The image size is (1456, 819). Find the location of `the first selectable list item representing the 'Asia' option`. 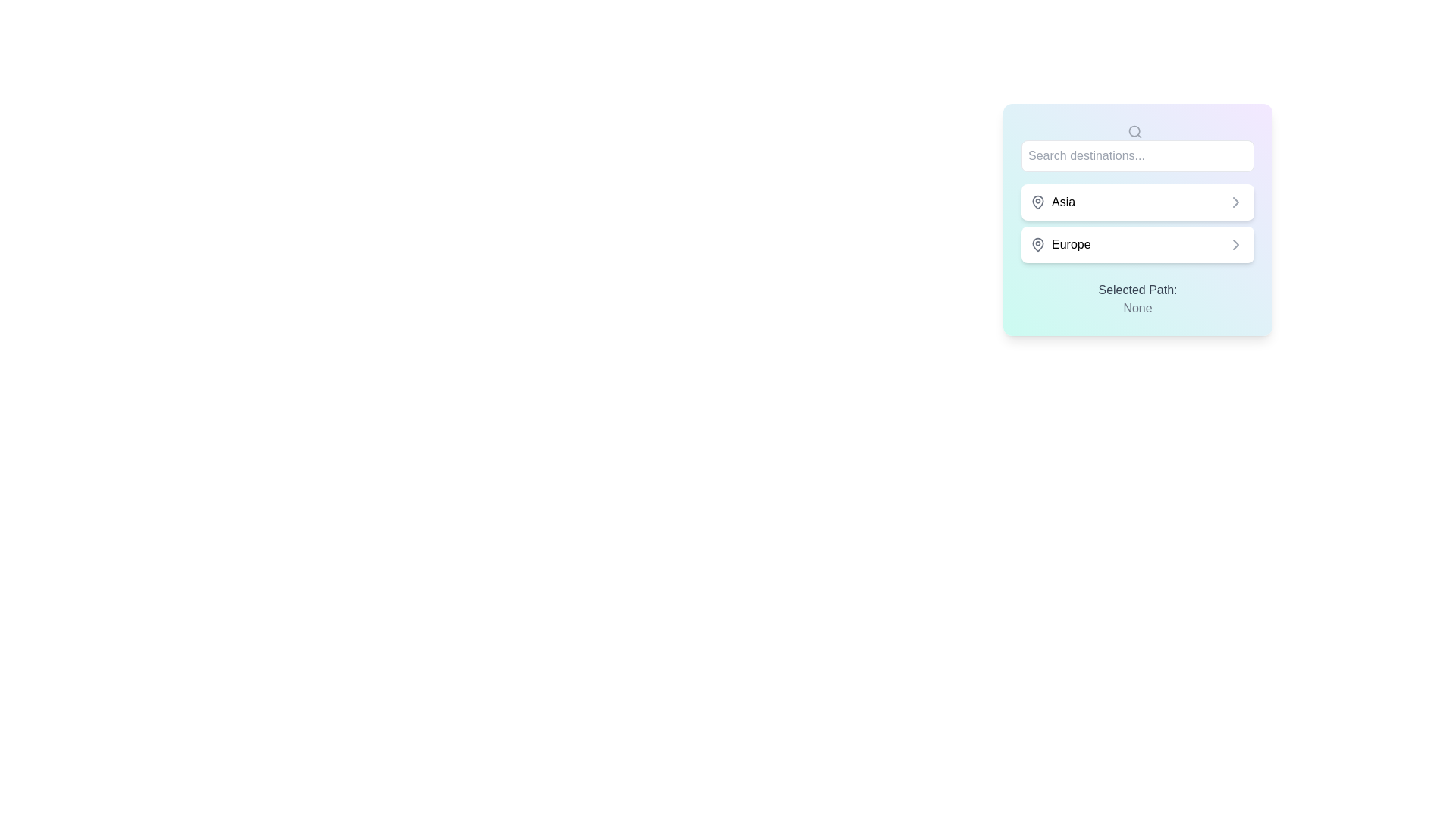

the first selectable list item representing the 'Asia' option is located at coordinates (1137, 201).